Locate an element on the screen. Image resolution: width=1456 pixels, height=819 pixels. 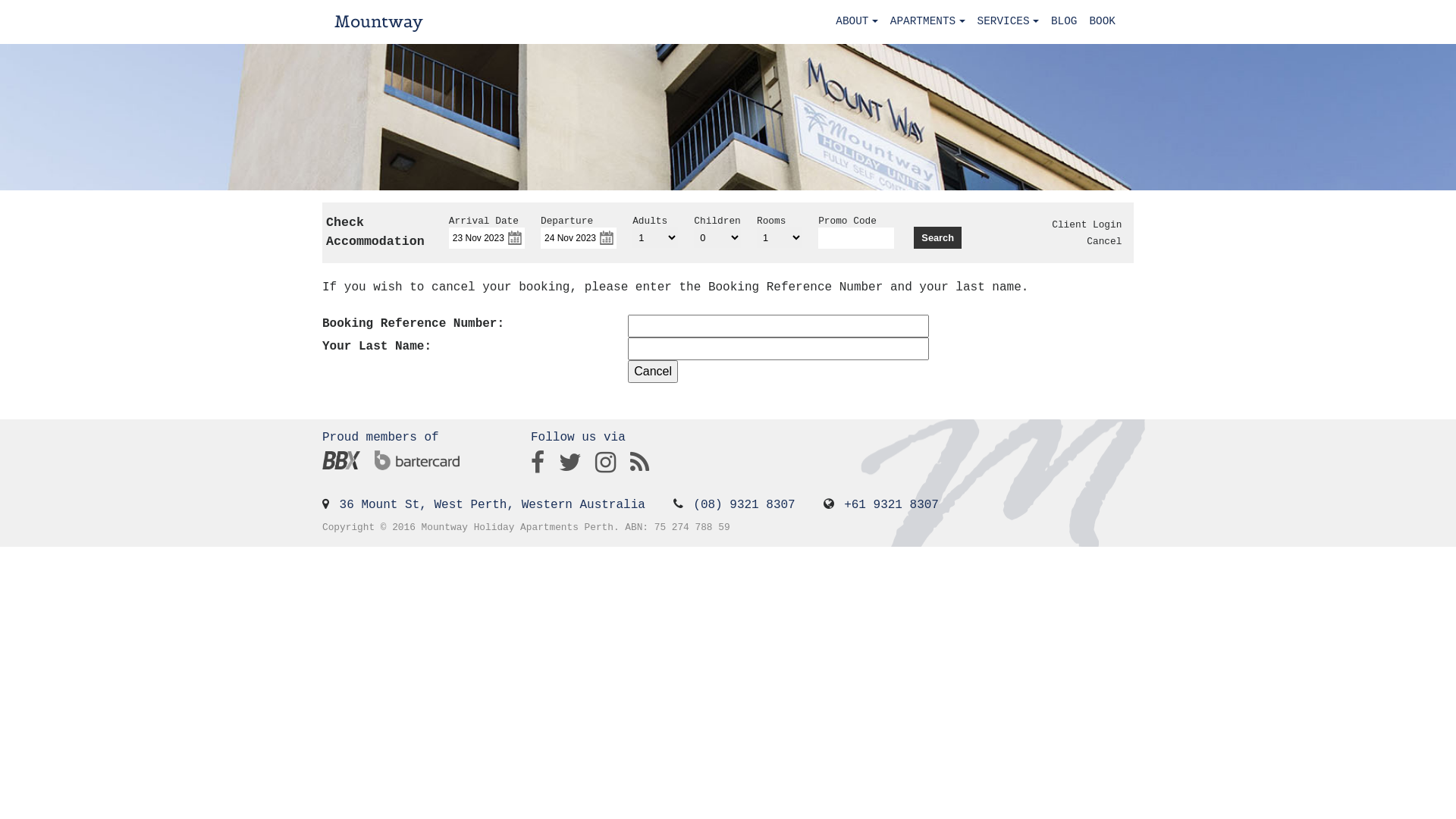
'Mountway' is located at coordinates (378, 22).